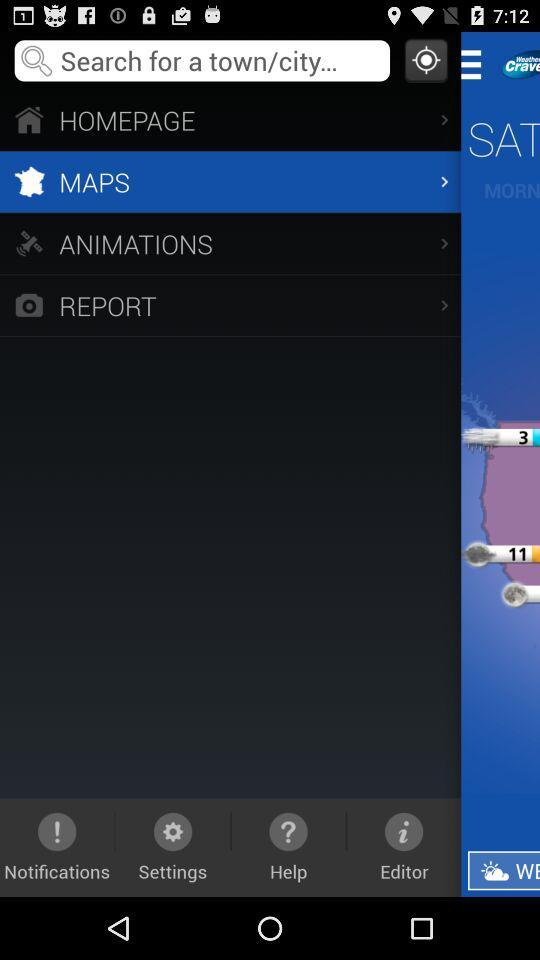 The image size is (540, 960). Describe the element at coordinates (502, 869) in the screenshot. I see `item next to the editor app` at that location.